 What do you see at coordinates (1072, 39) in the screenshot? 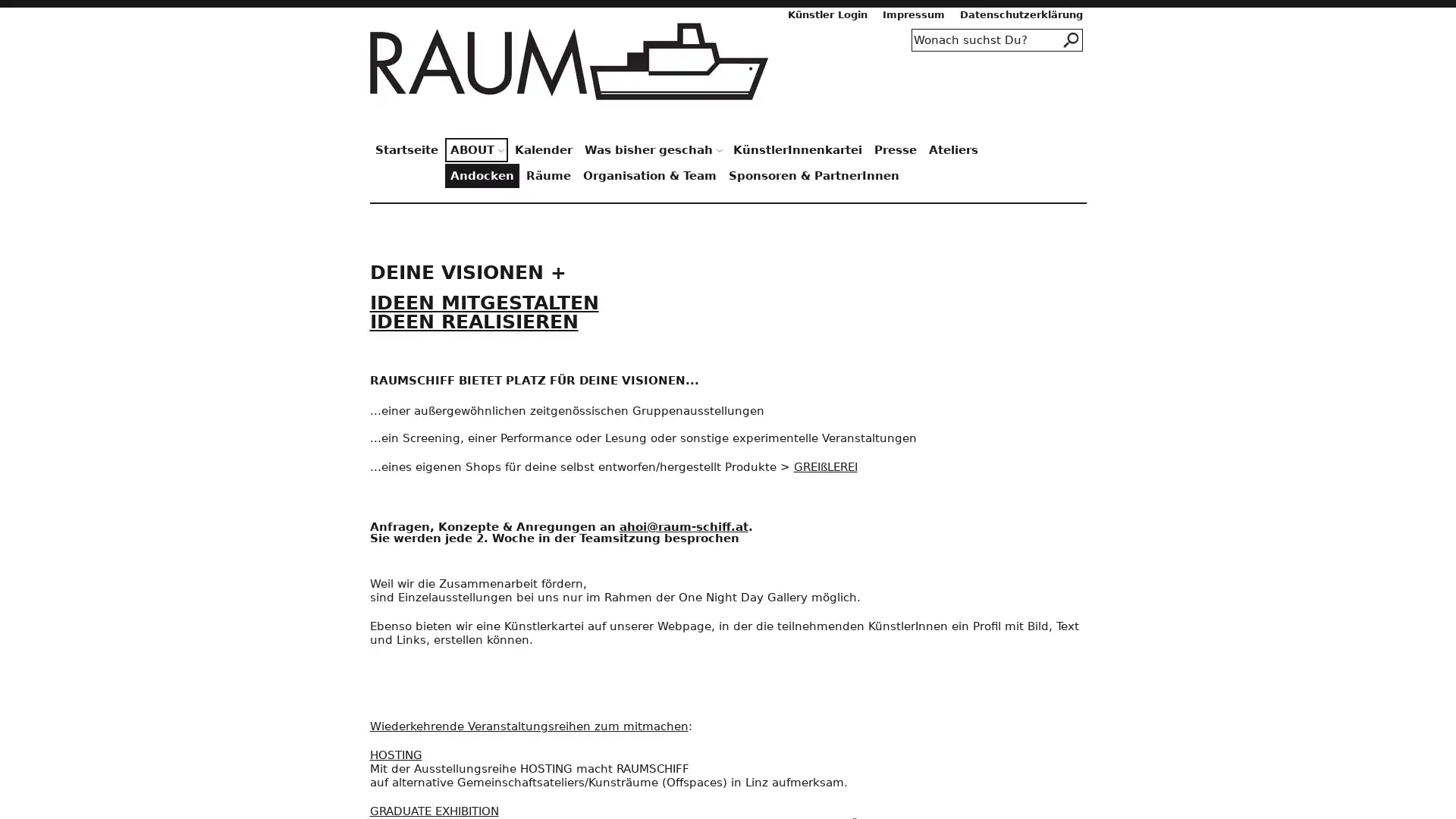
I see `Los` at bounding box center [1072, 39].